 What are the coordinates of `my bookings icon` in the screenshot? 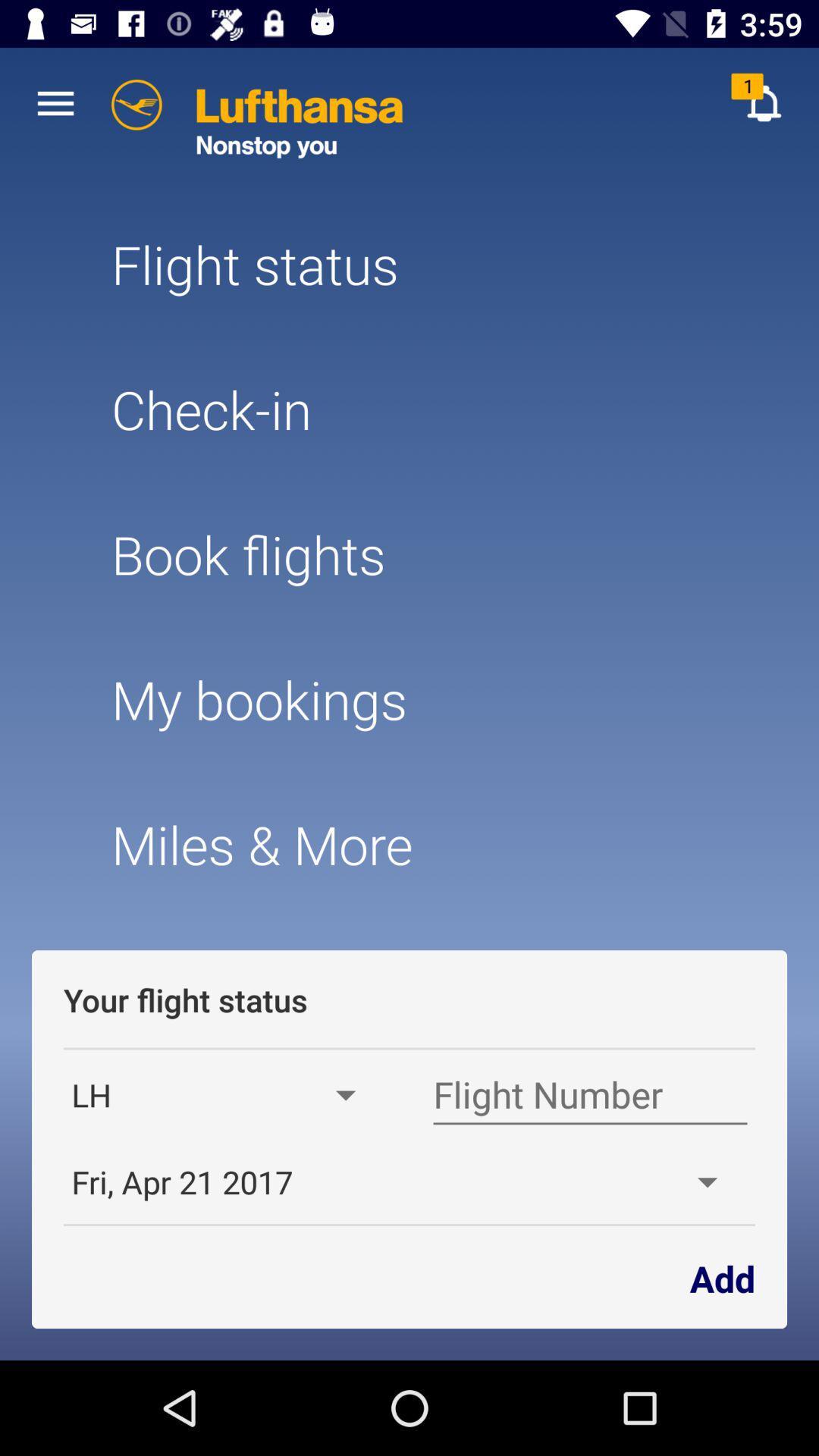 It's located at (409, 698).